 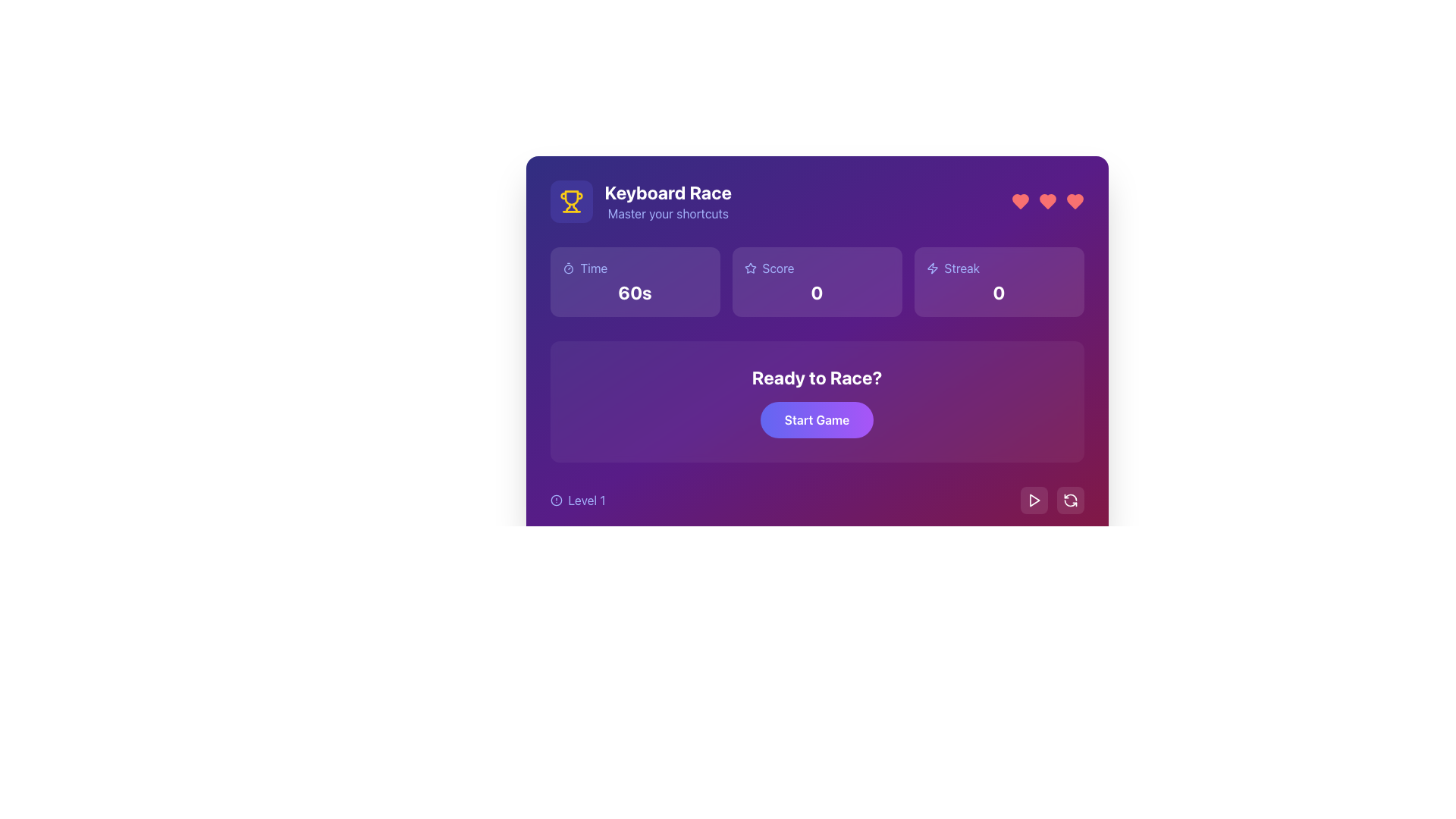 What do you see at coordinates (778, 268) in the screenshot?
I see `the 'Score' text label, which is displayed in light blue within a purple rectangular box at the top center of the section` at bounding box center [778, 268].